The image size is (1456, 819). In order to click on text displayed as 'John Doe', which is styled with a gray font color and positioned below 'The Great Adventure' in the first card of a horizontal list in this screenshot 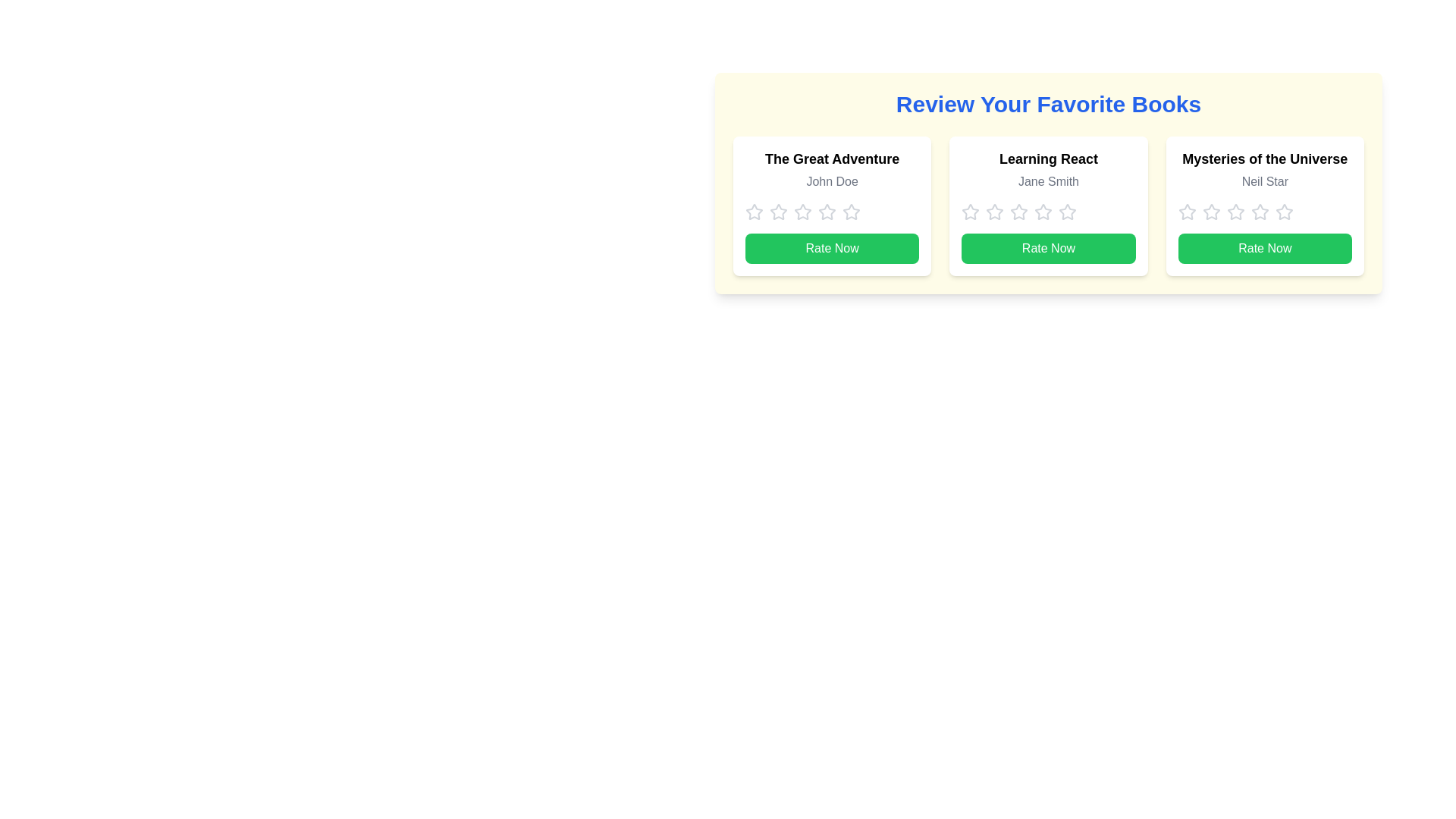, I will do `click(831, 180)`.